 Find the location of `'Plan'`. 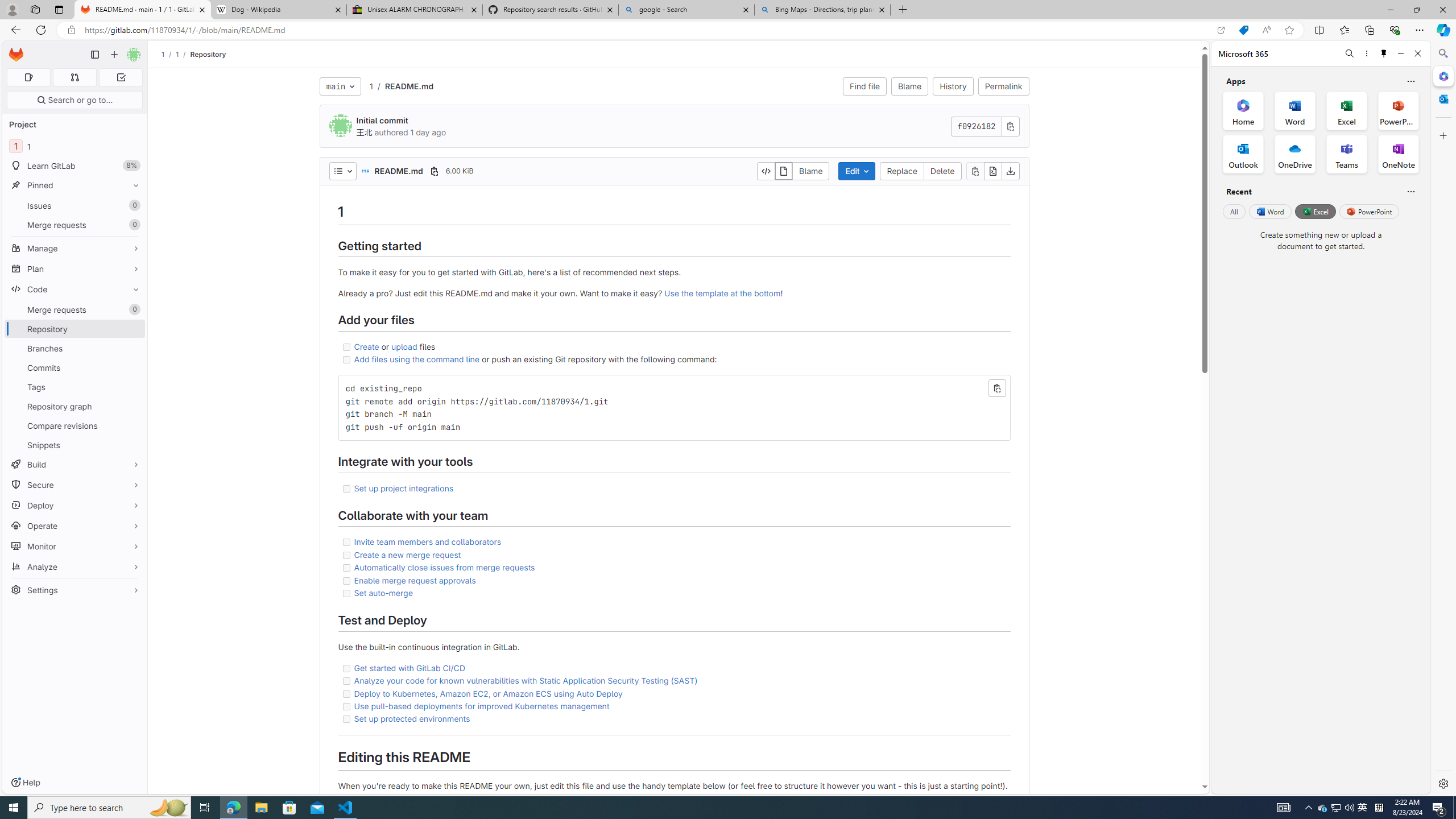

'Plan' is located at coordinates (74, 268).